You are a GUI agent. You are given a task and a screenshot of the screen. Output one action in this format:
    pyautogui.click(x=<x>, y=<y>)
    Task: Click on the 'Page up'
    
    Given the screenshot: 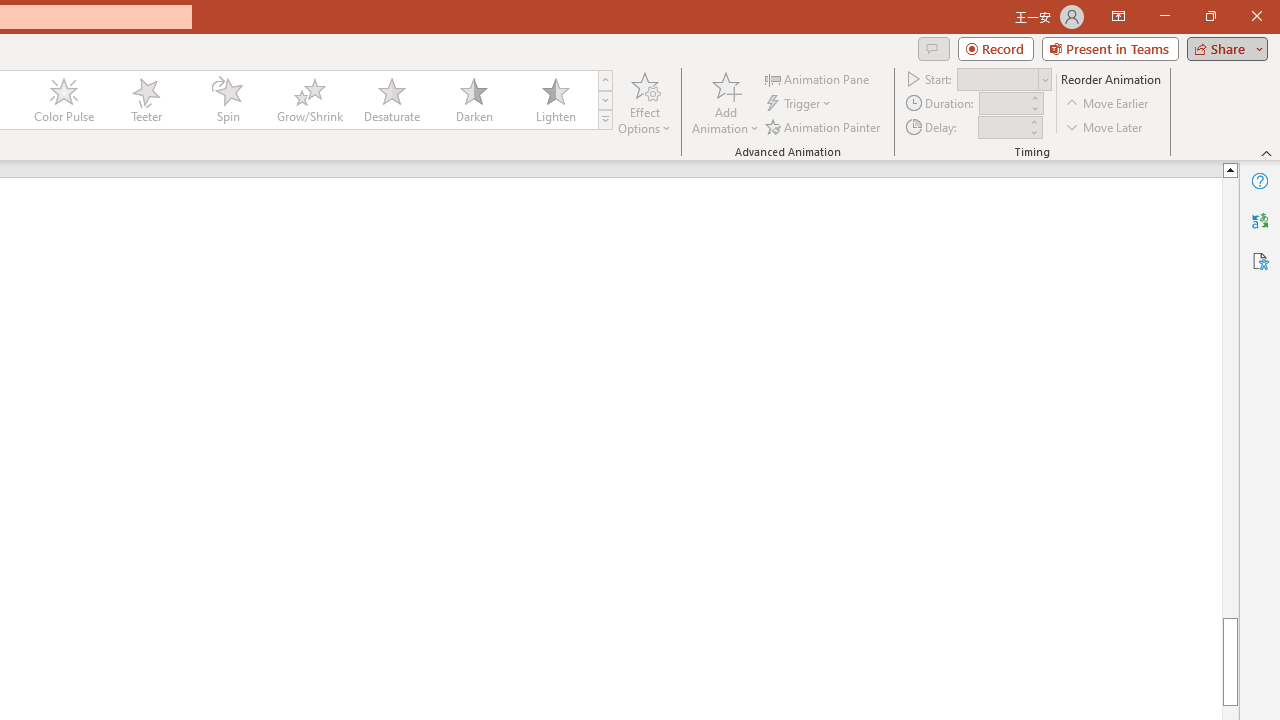 What is the action you would take?
    pyautogui.click(x=1229, y=397)
    